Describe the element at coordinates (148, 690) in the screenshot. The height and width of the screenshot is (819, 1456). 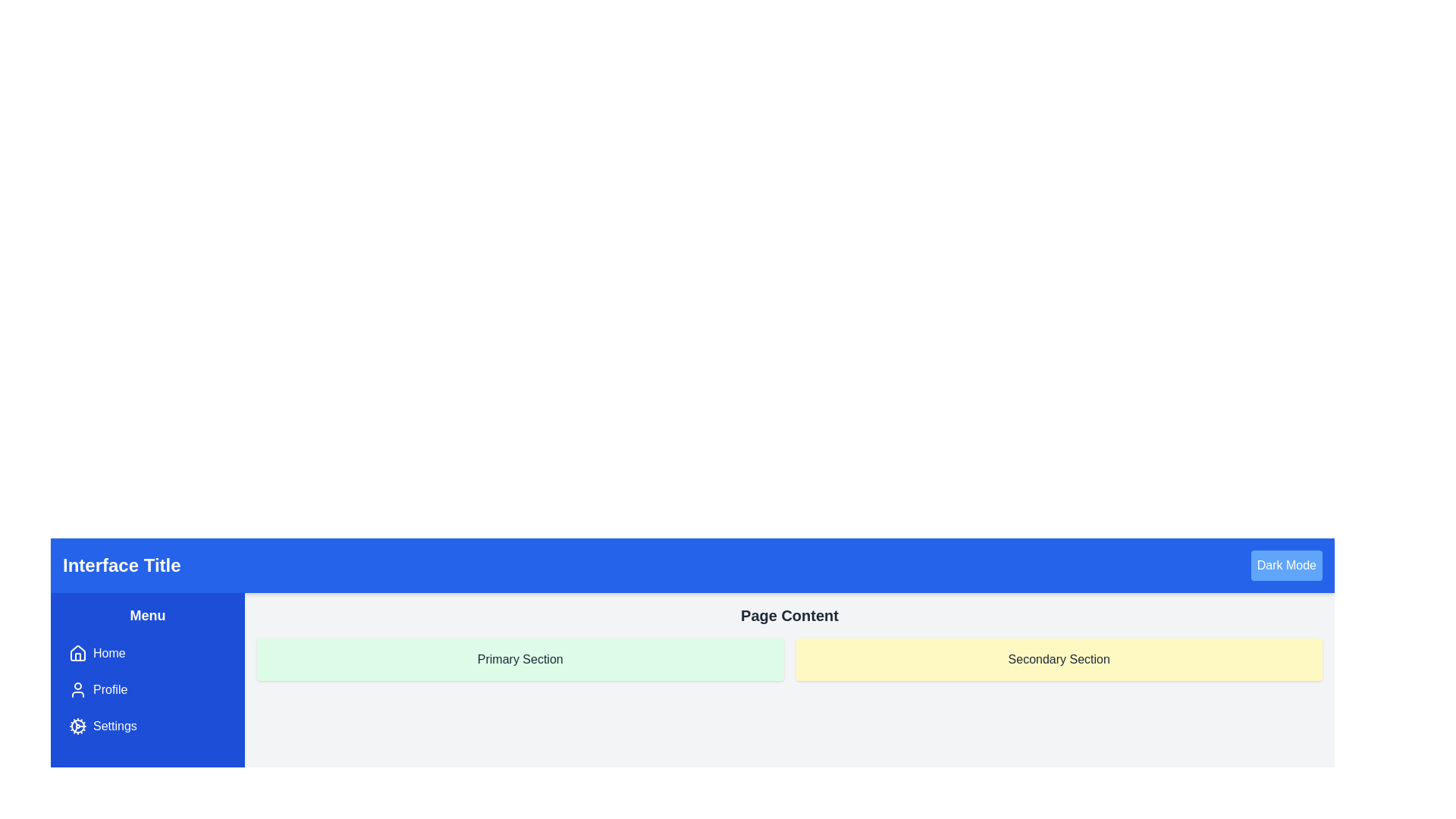
I see `the clickable navigation link labeled 'Profile' in the left-aligned sidebar 'Menu'` at that location.